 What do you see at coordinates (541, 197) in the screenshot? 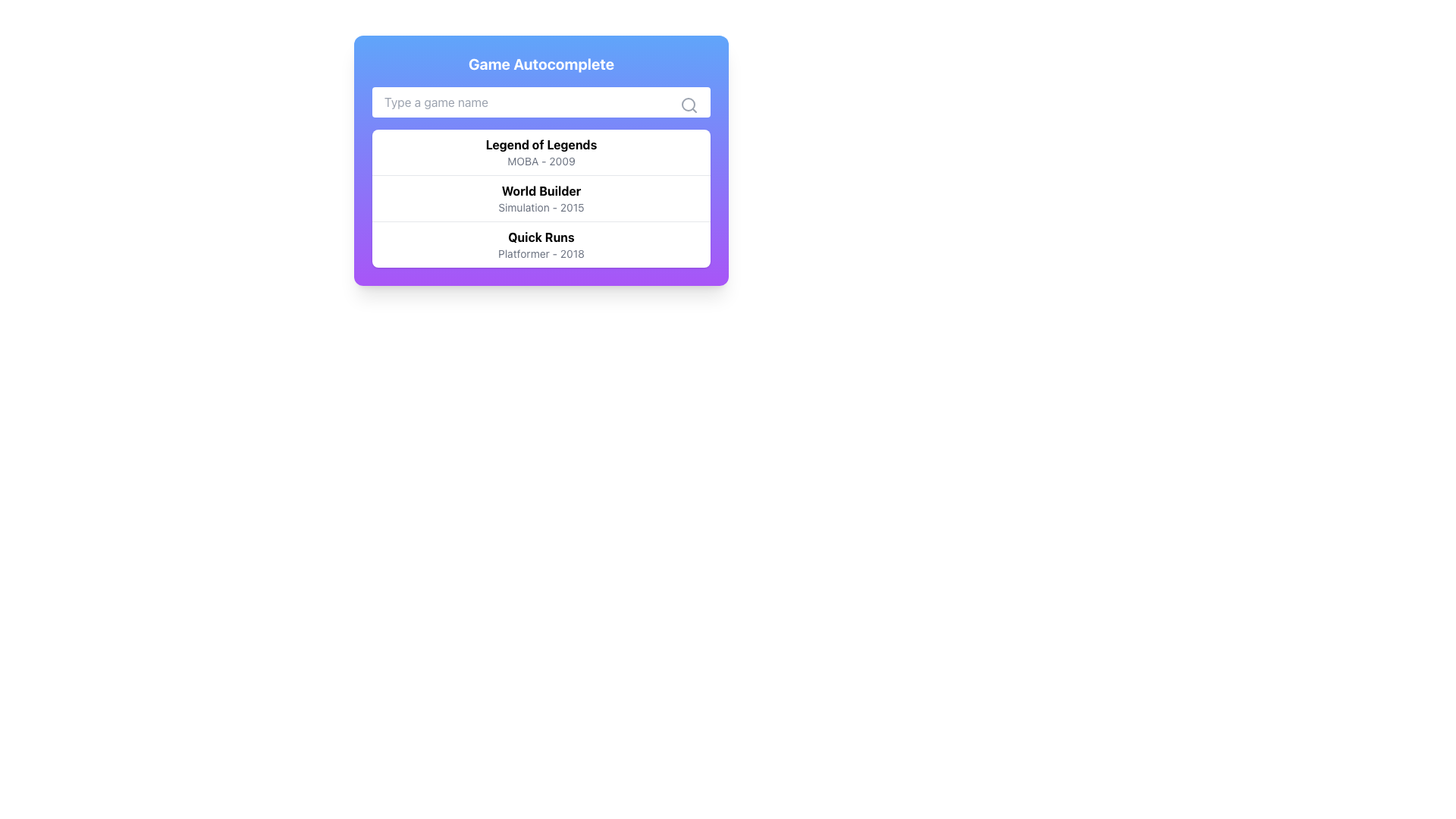
I see `the list entry that reads 'World Builder' in bold text, which is part of a dropdown menu containing multiple selectable items` at bounding box center [541, 197].